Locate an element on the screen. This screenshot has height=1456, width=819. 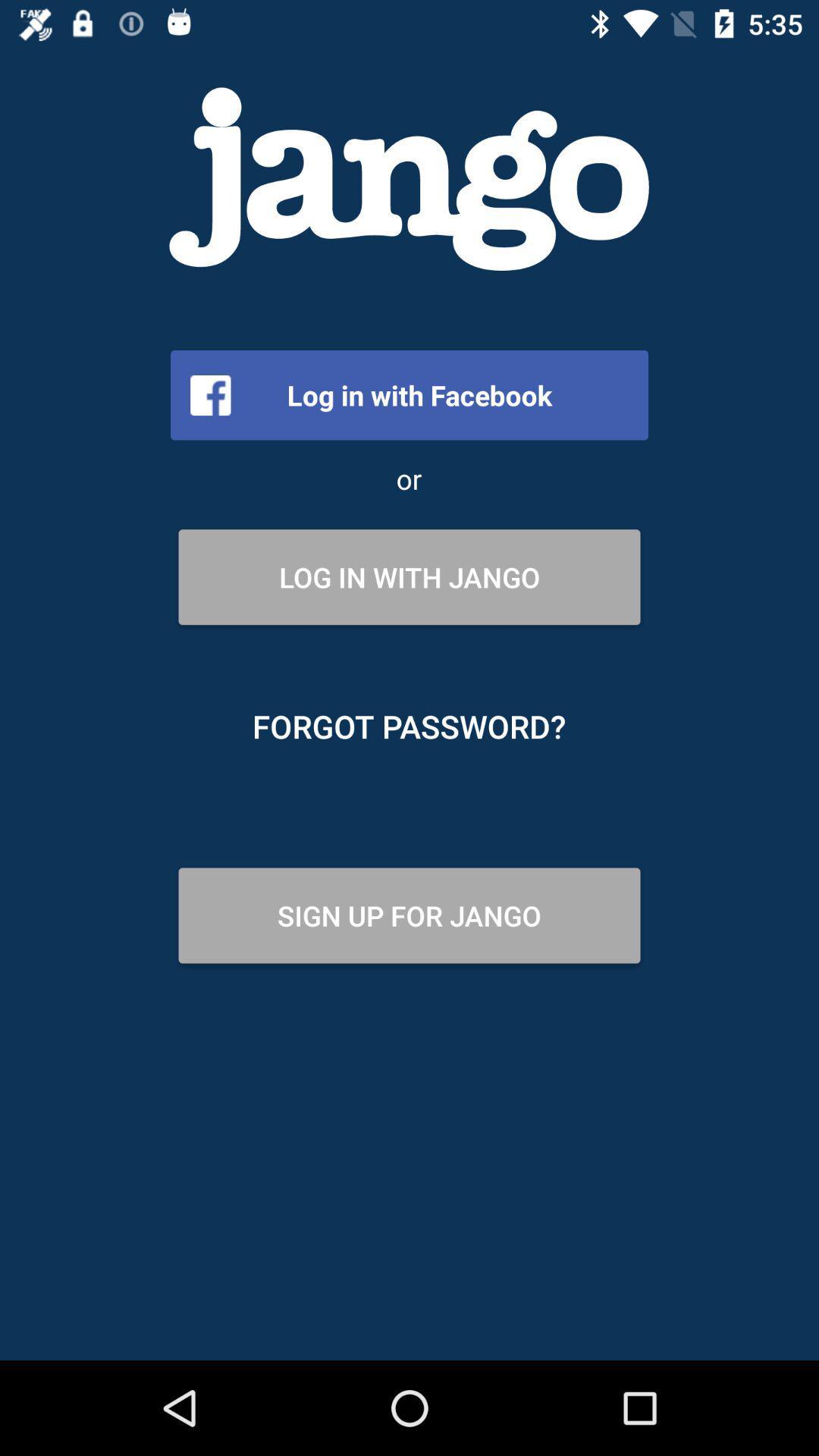
sign up for item is located at coordinates (409, 915).